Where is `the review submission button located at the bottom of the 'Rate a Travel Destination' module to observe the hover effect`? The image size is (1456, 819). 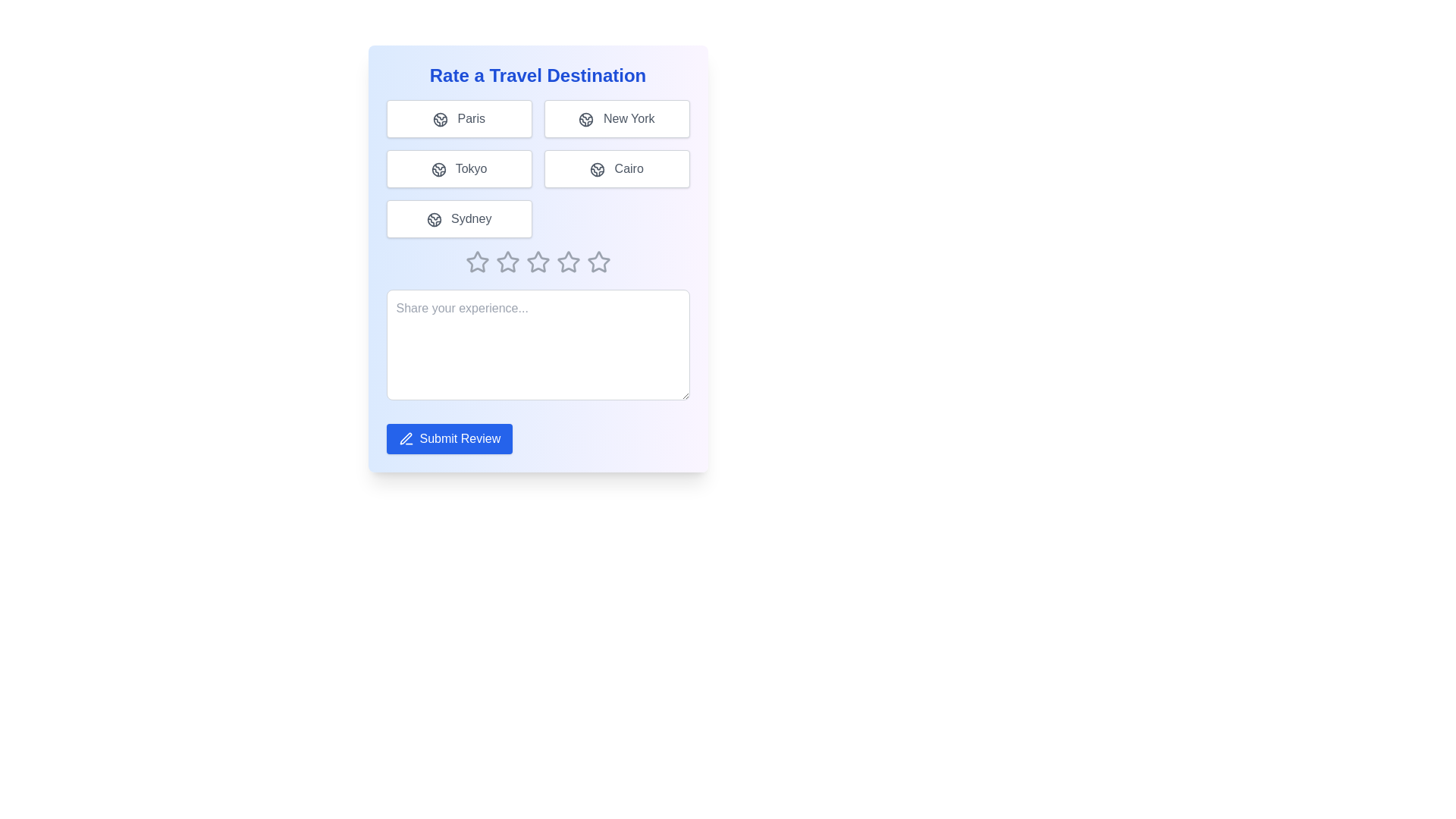
the review submission button located at the bottom of the 'Rate a Travel Destination' module to observe the hover effect is located at coordinates (448, 438).